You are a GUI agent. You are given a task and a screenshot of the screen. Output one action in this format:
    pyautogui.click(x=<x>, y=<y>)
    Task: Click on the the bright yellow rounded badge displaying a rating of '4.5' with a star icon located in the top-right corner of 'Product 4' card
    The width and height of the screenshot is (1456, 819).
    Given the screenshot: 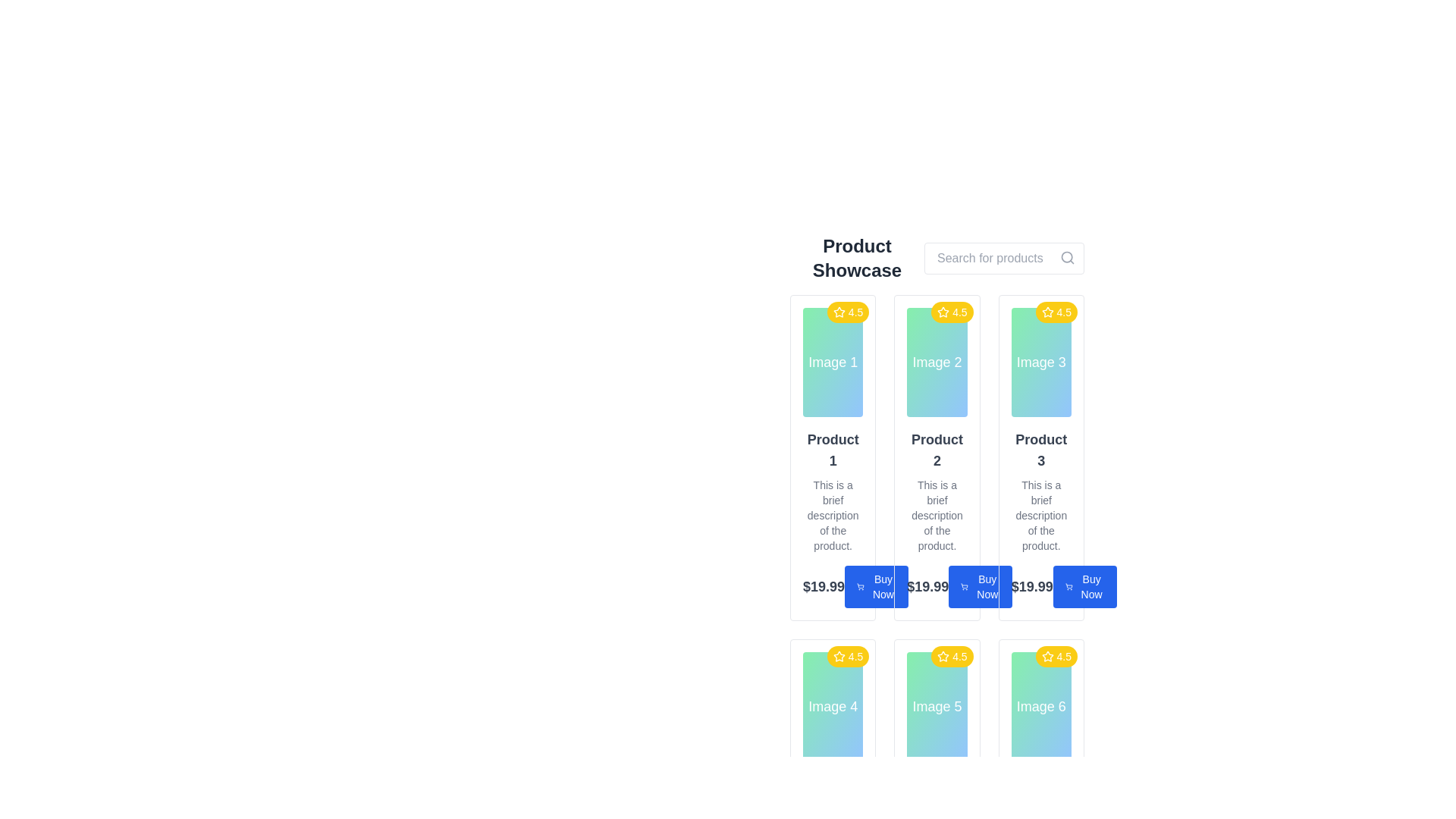 What is the action you would take?
    pyautogui.click(x=847, y=656)
    